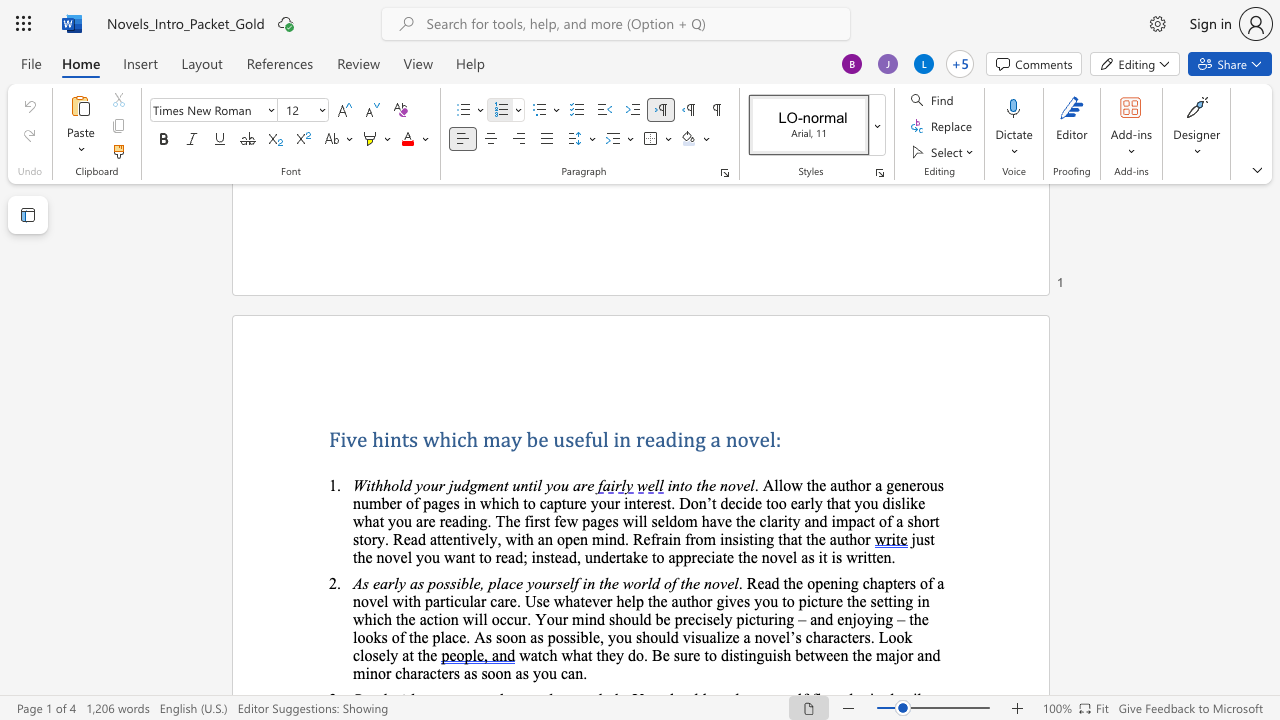 This screenshot has width=1280, height=720. What do you see at coordinates (449, 583) in the screenshot?
I see `the space between the continuous character "s" and "s" in the text` at bounding box center [449, 583].